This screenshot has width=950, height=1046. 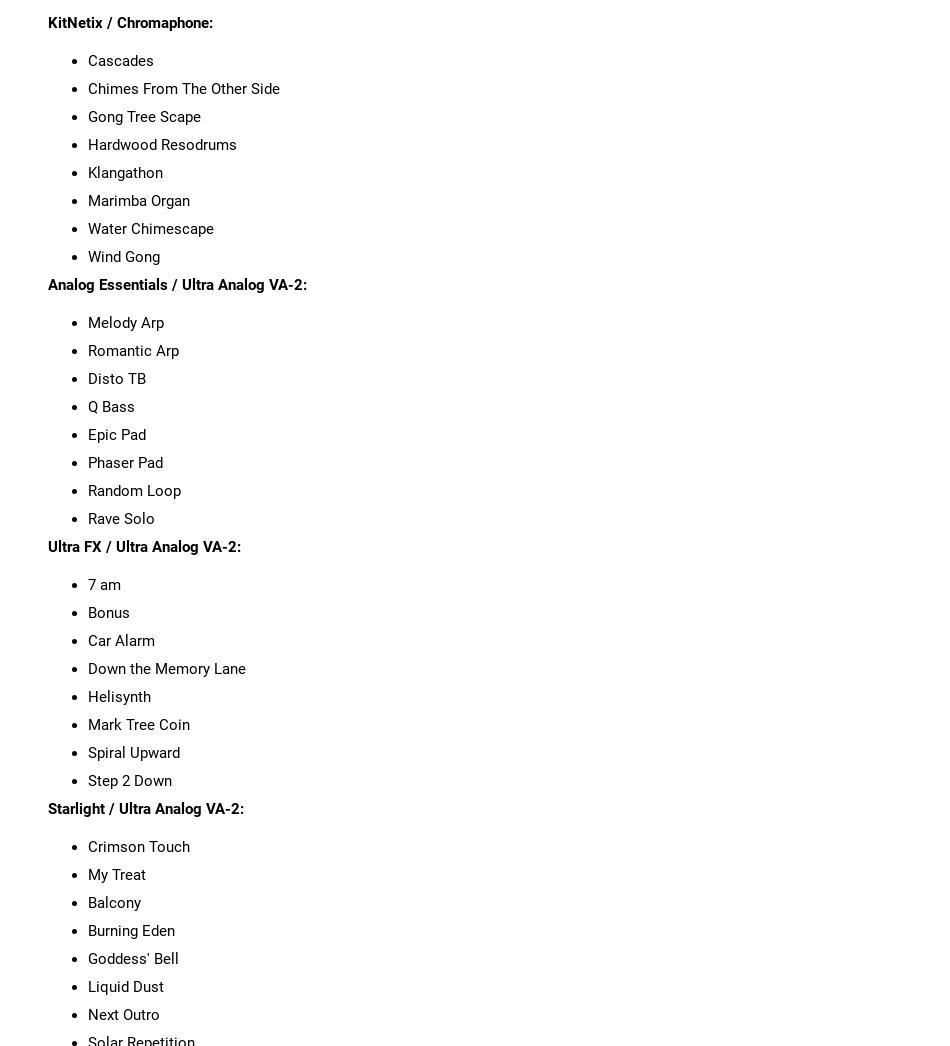 I want to click on 'Liquid Dust', so click(x=125, y=984).